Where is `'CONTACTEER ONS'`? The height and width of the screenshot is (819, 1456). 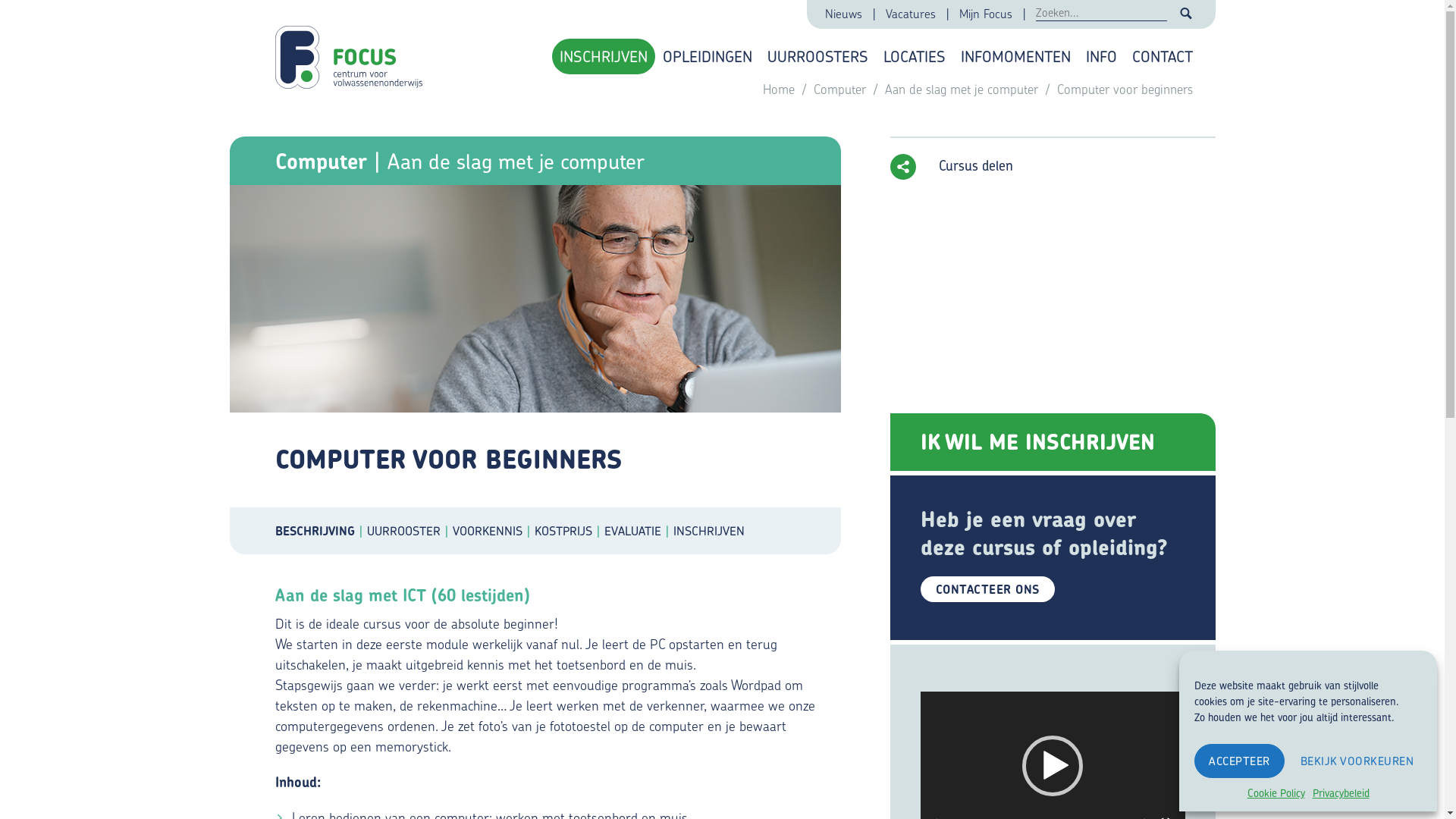 'CONTACTEER ONS' is located at coordinates (987, 588).